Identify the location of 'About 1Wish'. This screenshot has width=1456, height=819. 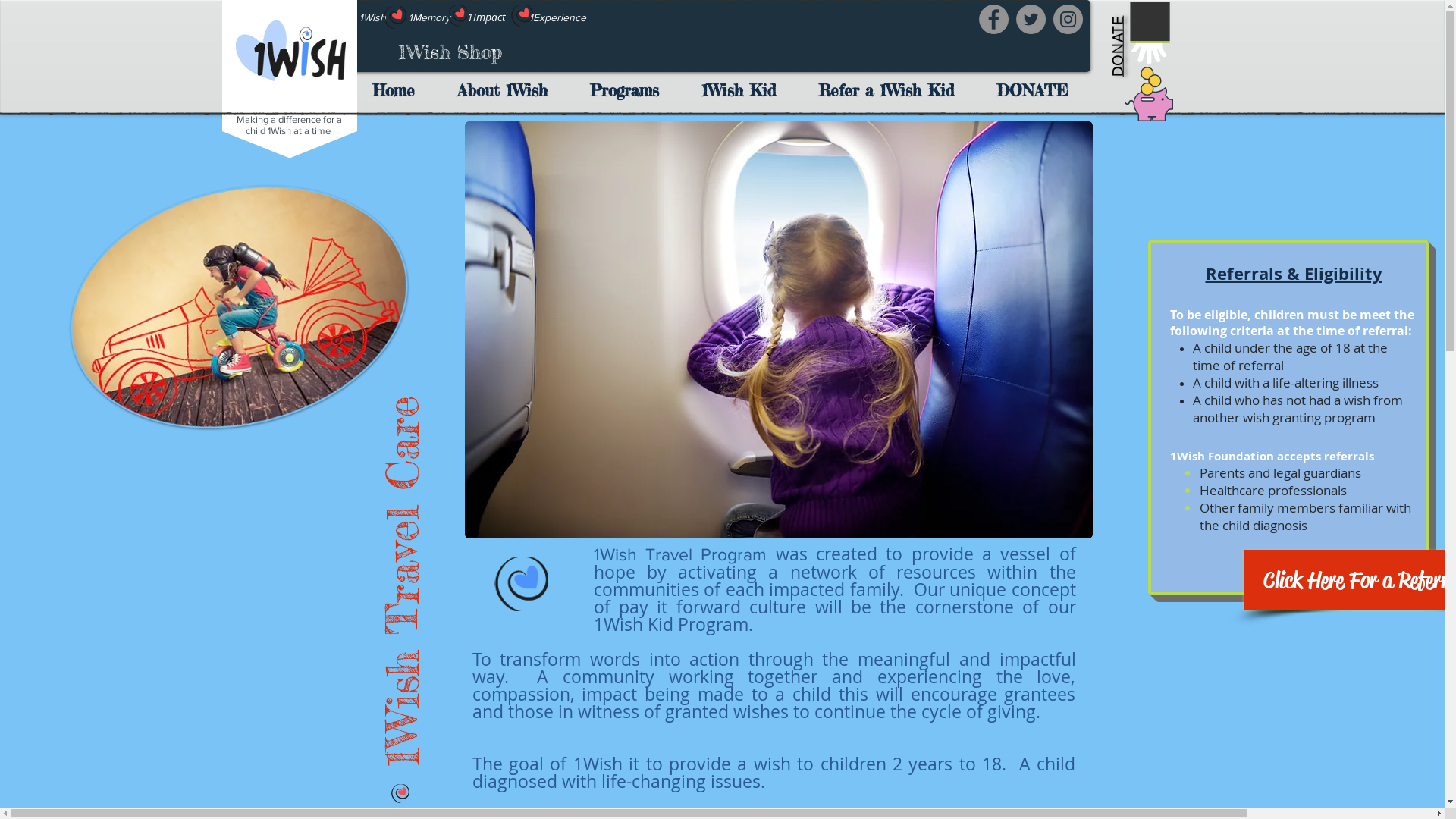
(507, 89).